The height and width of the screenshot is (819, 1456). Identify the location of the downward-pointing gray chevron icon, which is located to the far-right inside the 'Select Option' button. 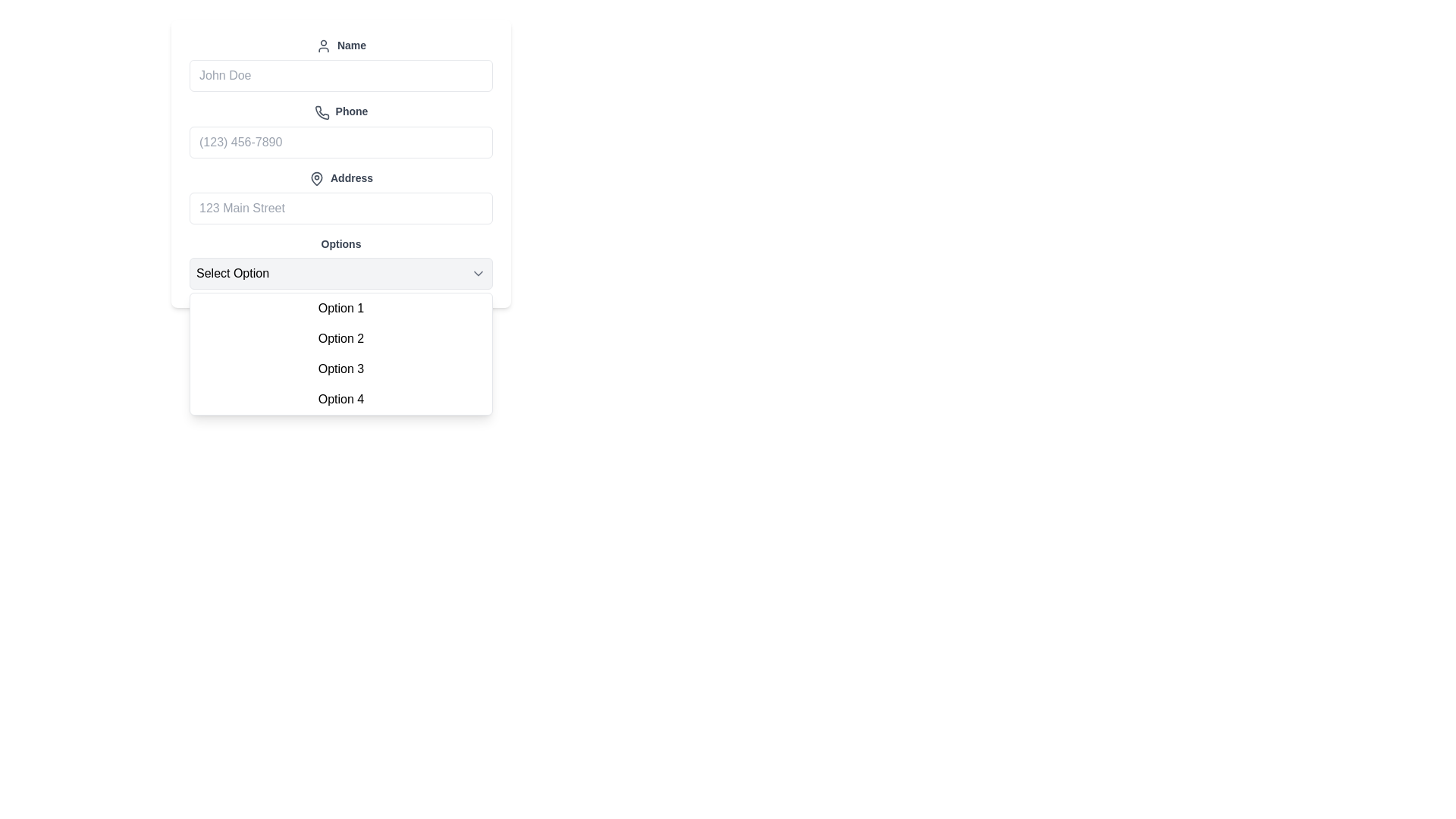
(477, 271).